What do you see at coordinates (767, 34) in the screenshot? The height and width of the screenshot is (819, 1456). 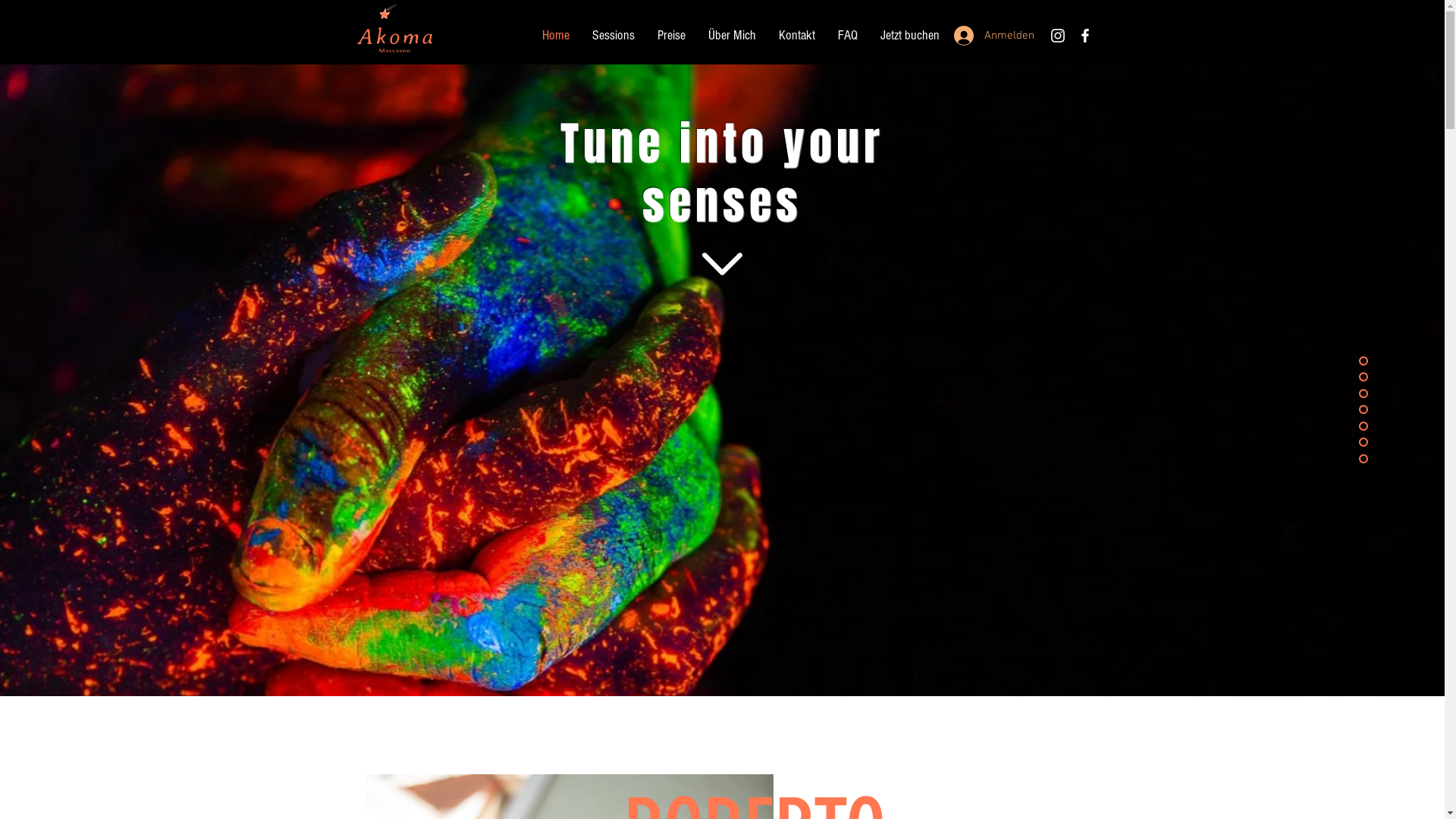 I see `'Kontakt'` at bounding box center [767, 34].